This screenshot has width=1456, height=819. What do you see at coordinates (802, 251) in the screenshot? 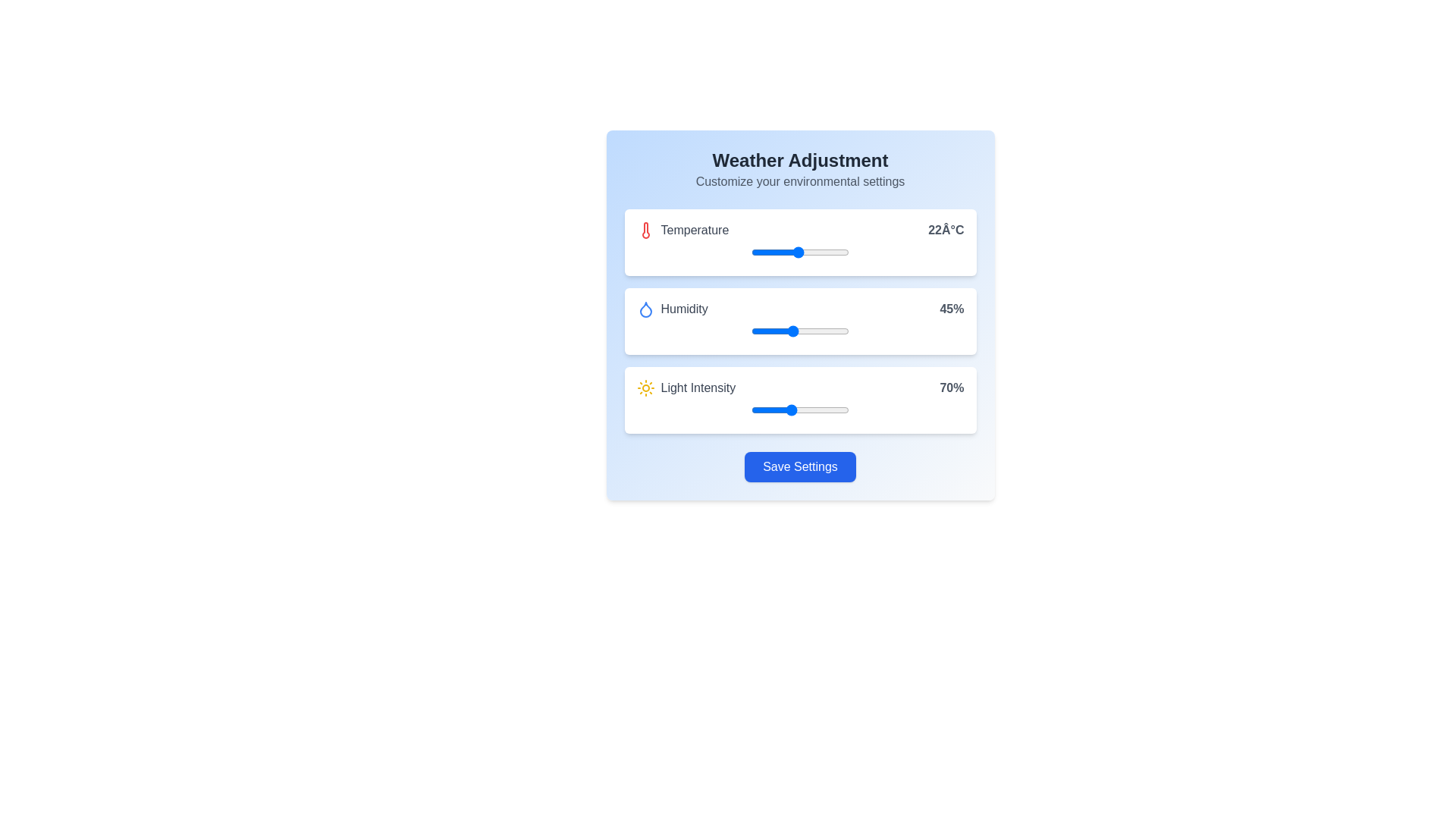
I see `the temperature` at bounding box center [802, 251].